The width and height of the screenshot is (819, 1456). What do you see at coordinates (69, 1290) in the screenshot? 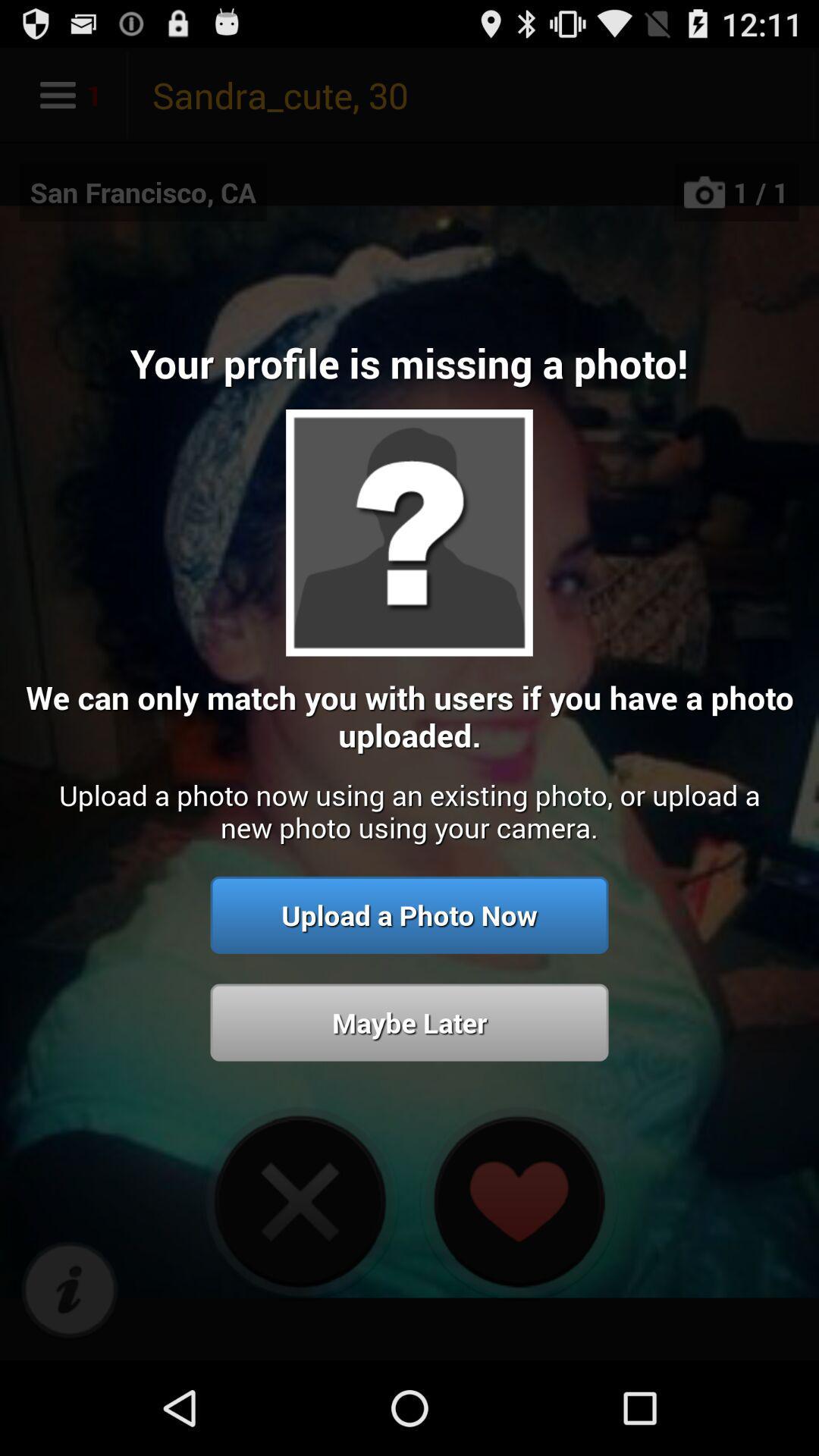
I see `shows i icon` at bounding box center [69, 1290].